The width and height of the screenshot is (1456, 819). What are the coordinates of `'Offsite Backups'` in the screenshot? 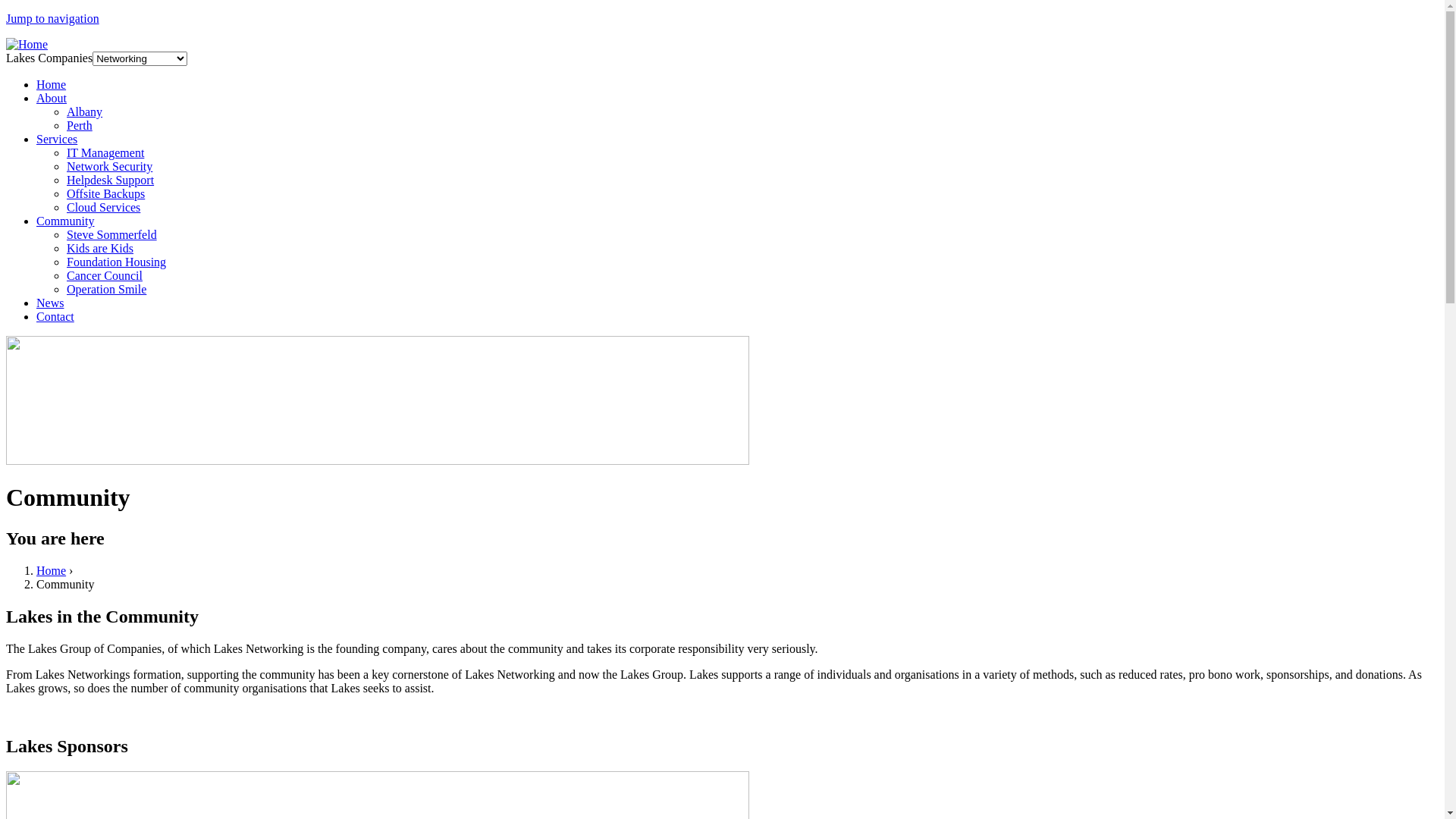 It's located at (105, 193).